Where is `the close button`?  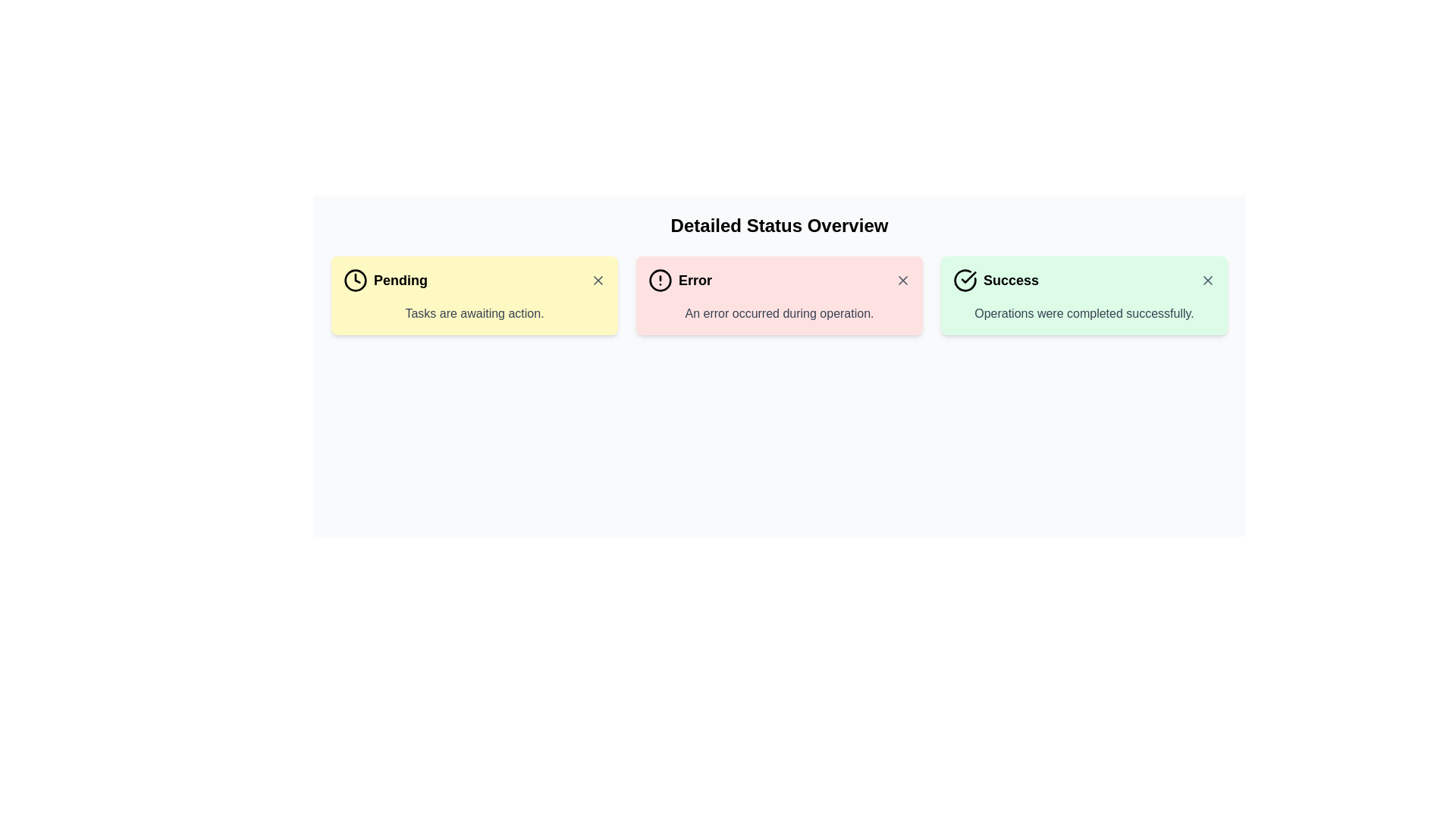
the close button is located at coordinates (1207, 281).